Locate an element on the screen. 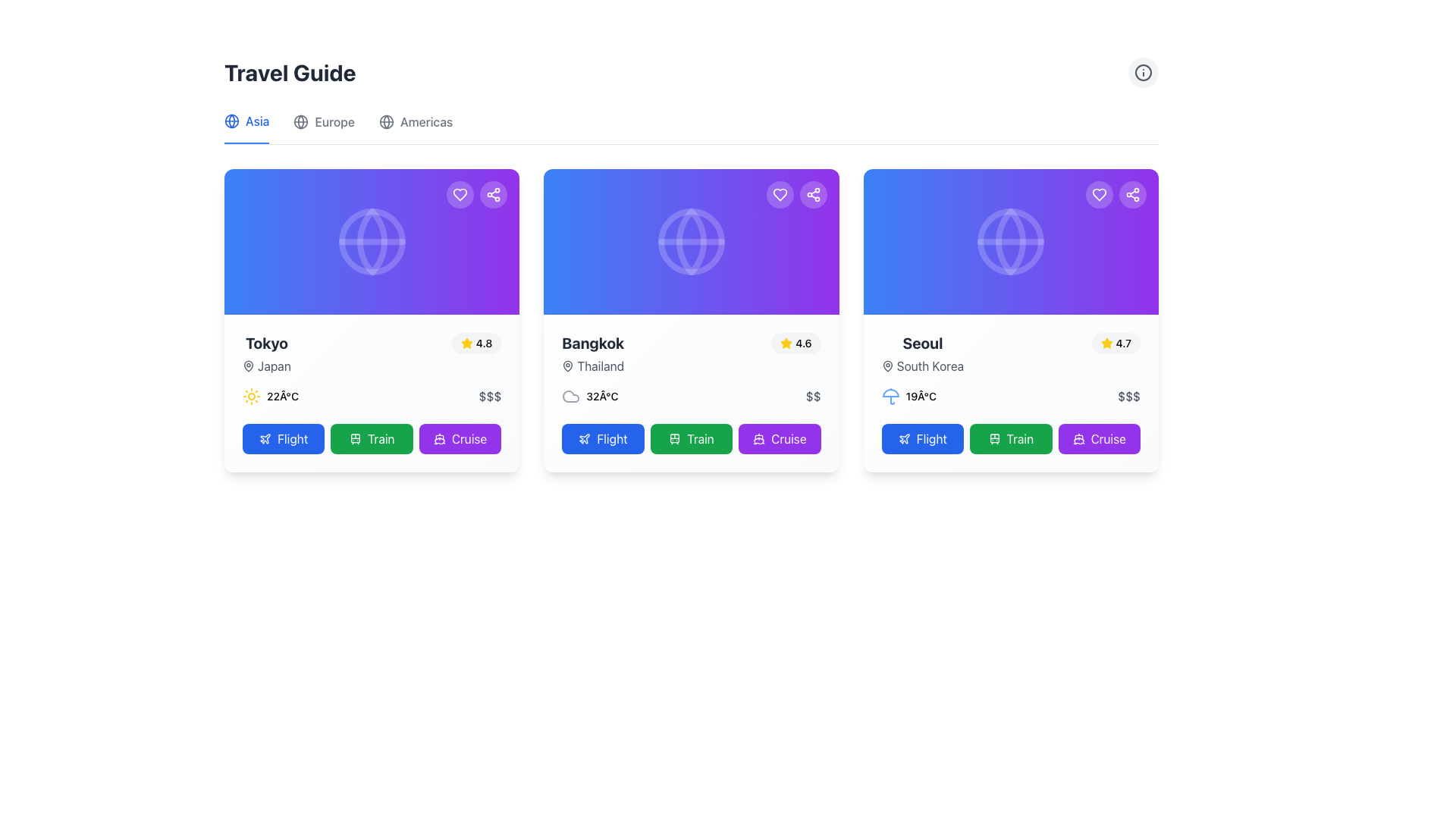  the text label indicating the country associated with the city 'Tokyo' is located at coordinates (266, 366).